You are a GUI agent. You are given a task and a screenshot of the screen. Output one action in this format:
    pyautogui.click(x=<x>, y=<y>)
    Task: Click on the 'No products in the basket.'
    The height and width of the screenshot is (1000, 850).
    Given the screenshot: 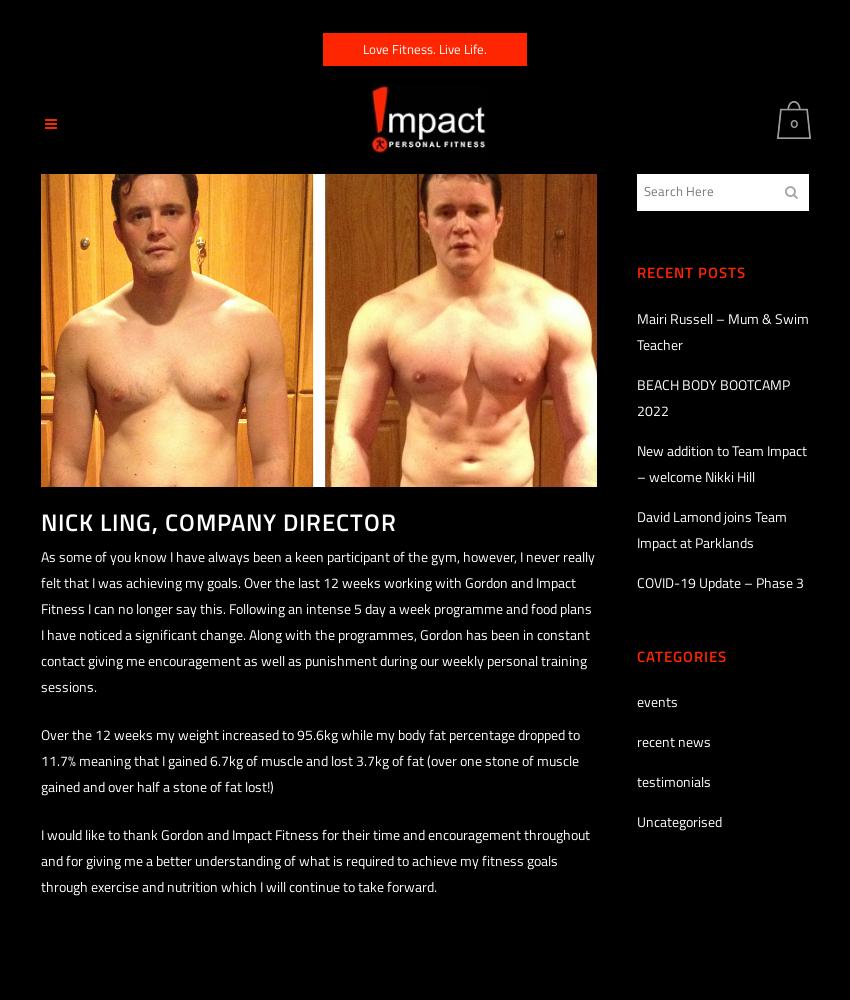 What is the action you would take?
    pyautogui.click(x=670, y=205)
    